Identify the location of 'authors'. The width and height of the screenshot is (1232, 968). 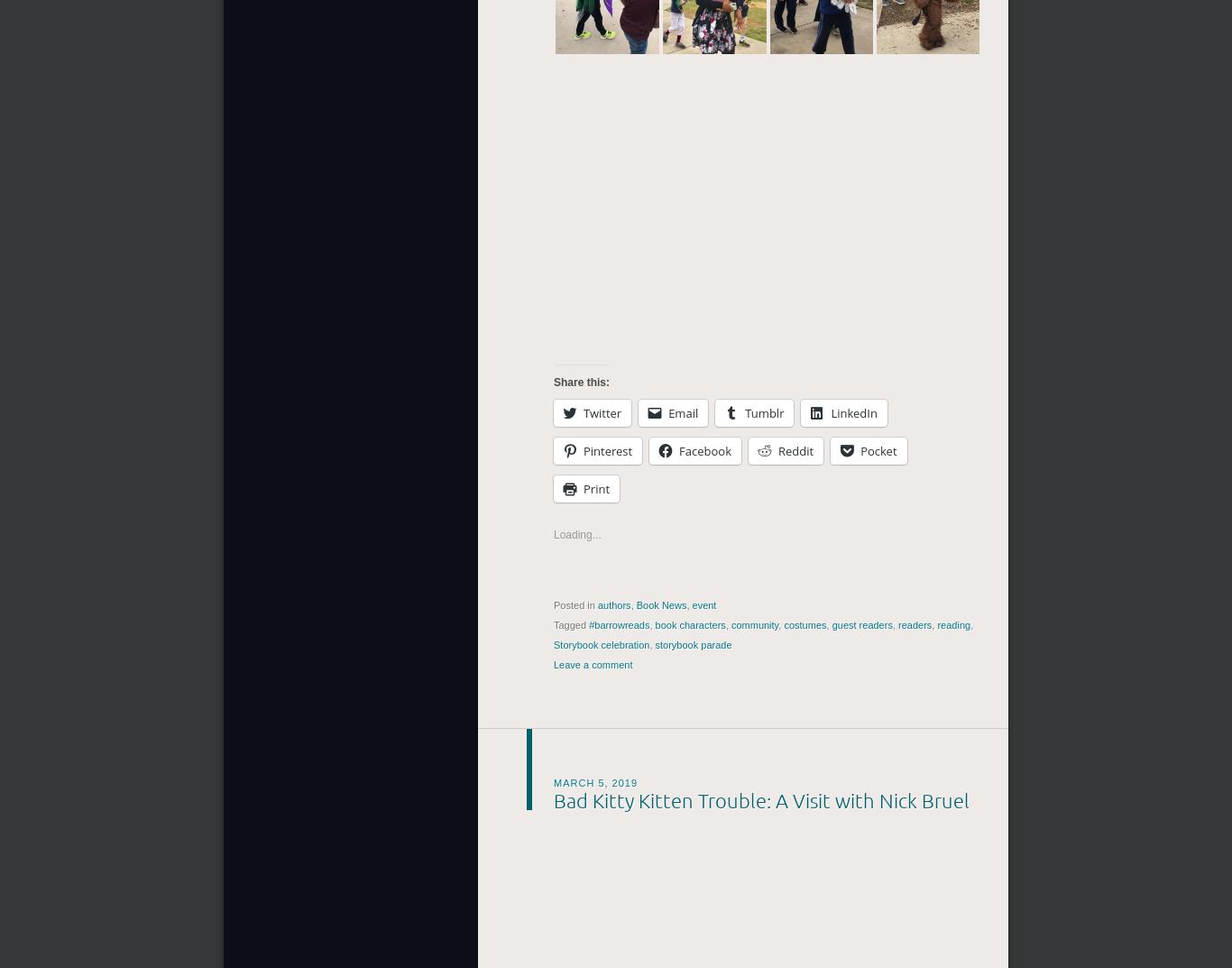
(612, 604).